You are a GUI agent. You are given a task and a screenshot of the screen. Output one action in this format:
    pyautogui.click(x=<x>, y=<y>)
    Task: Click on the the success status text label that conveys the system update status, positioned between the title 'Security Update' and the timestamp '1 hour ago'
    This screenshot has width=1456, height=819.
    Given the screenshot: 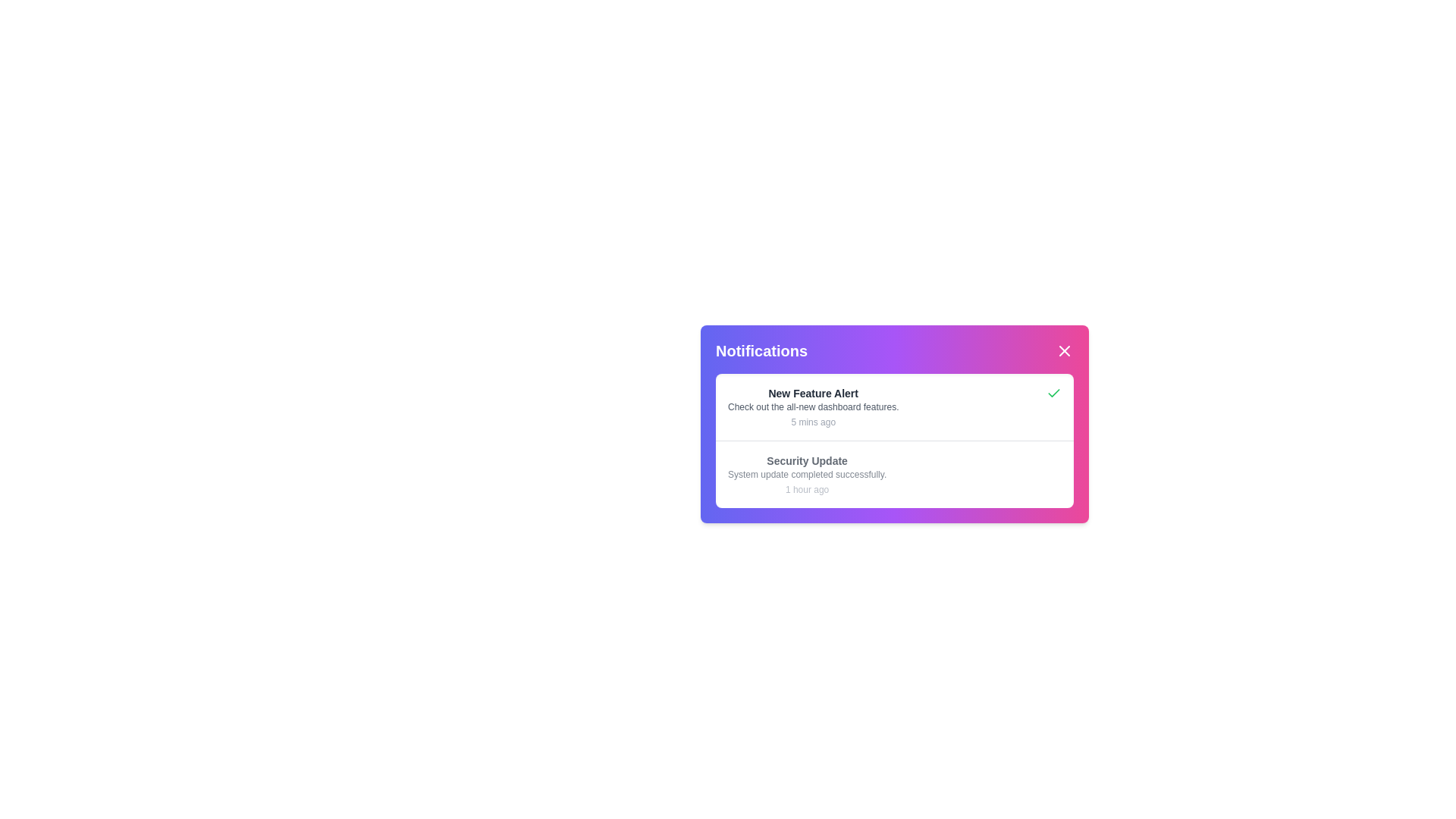 What is the action you would take?
    pyautogui.click(x=806, y=473)
    